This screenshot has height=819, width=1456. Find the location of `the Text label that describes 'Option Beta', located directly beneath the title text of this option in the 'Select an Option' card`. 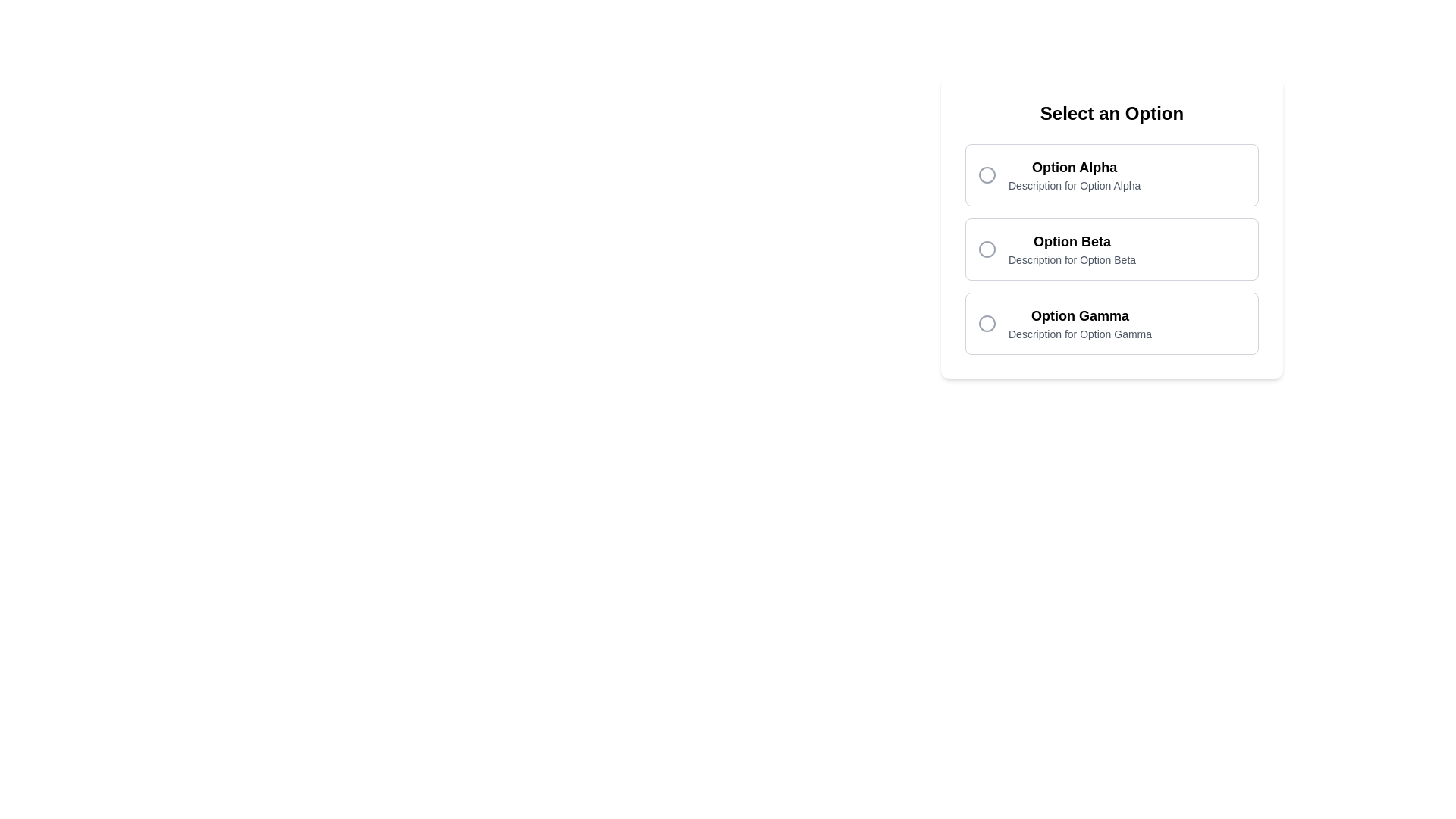

the Text label that describes 'Option Beta', located directly beneath the title text of this option in the 'Select an Option' card is located at coordinates (1072, 259).